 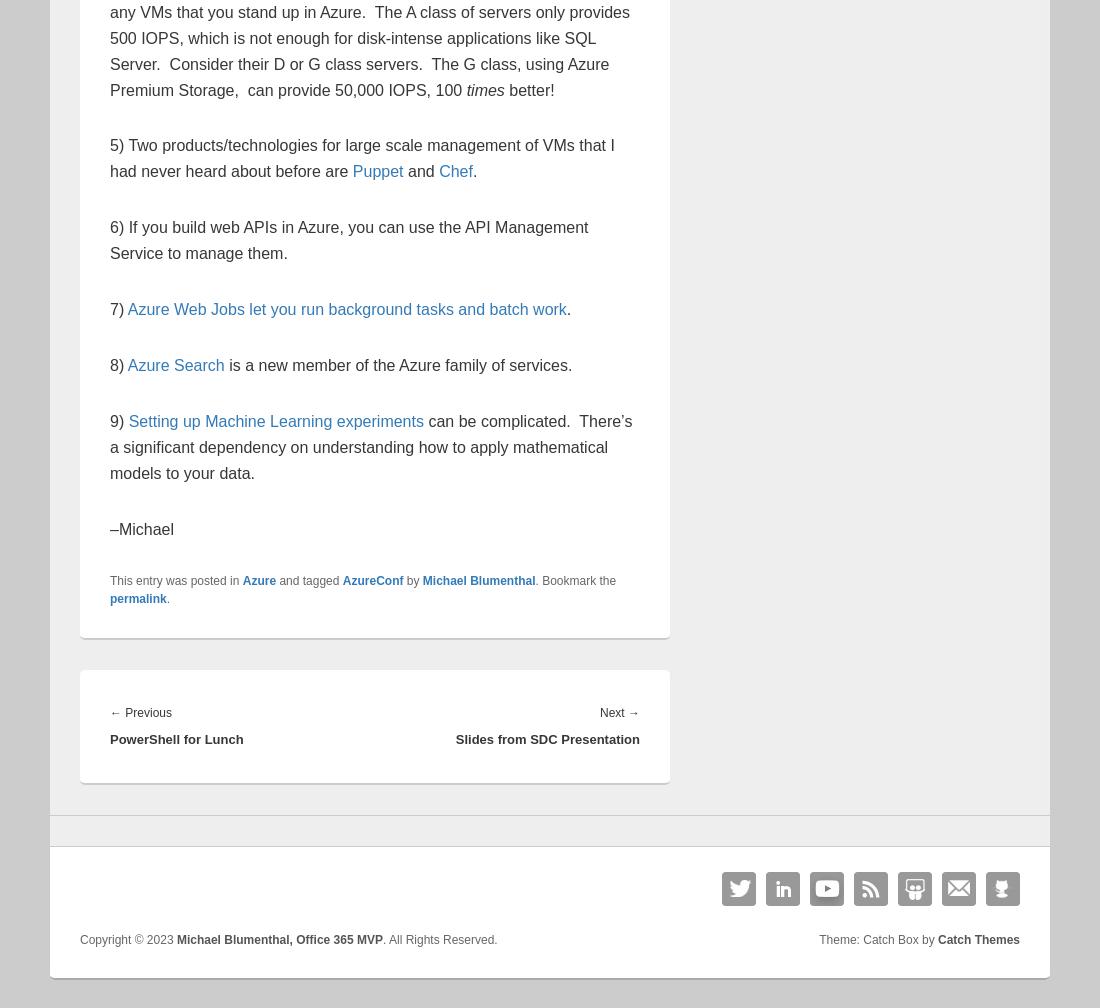 What do you see at coordinates (174, 364) in the screenshot?
I see `'Azure Search'` at bounding box center [174, 364].